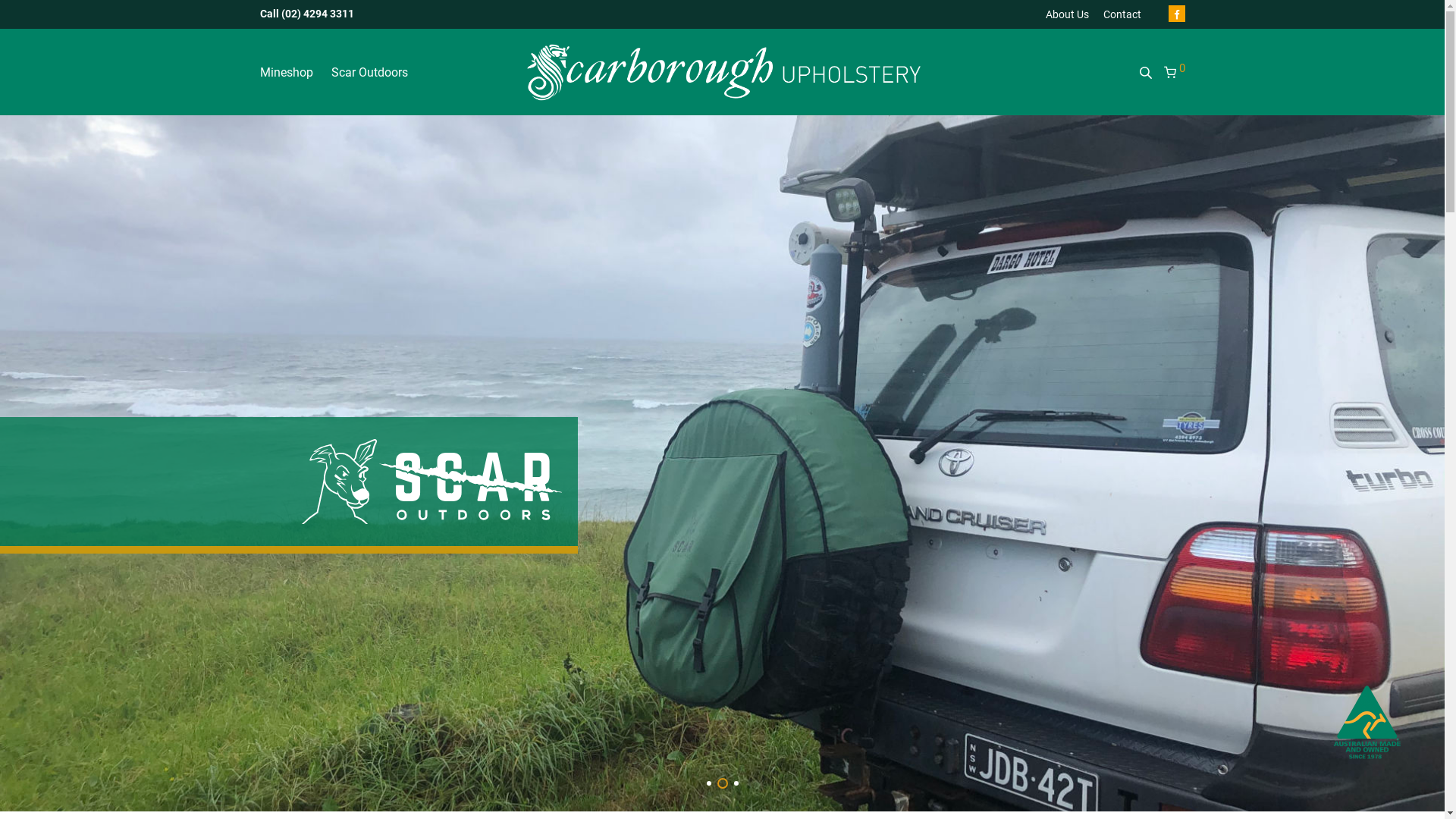 Image resolution: width=1456 pixels, height=819 pixels. What do you see at coordinates (720, 783) in the screenshot?
I see `'2'` at bounding box center [720, 783].